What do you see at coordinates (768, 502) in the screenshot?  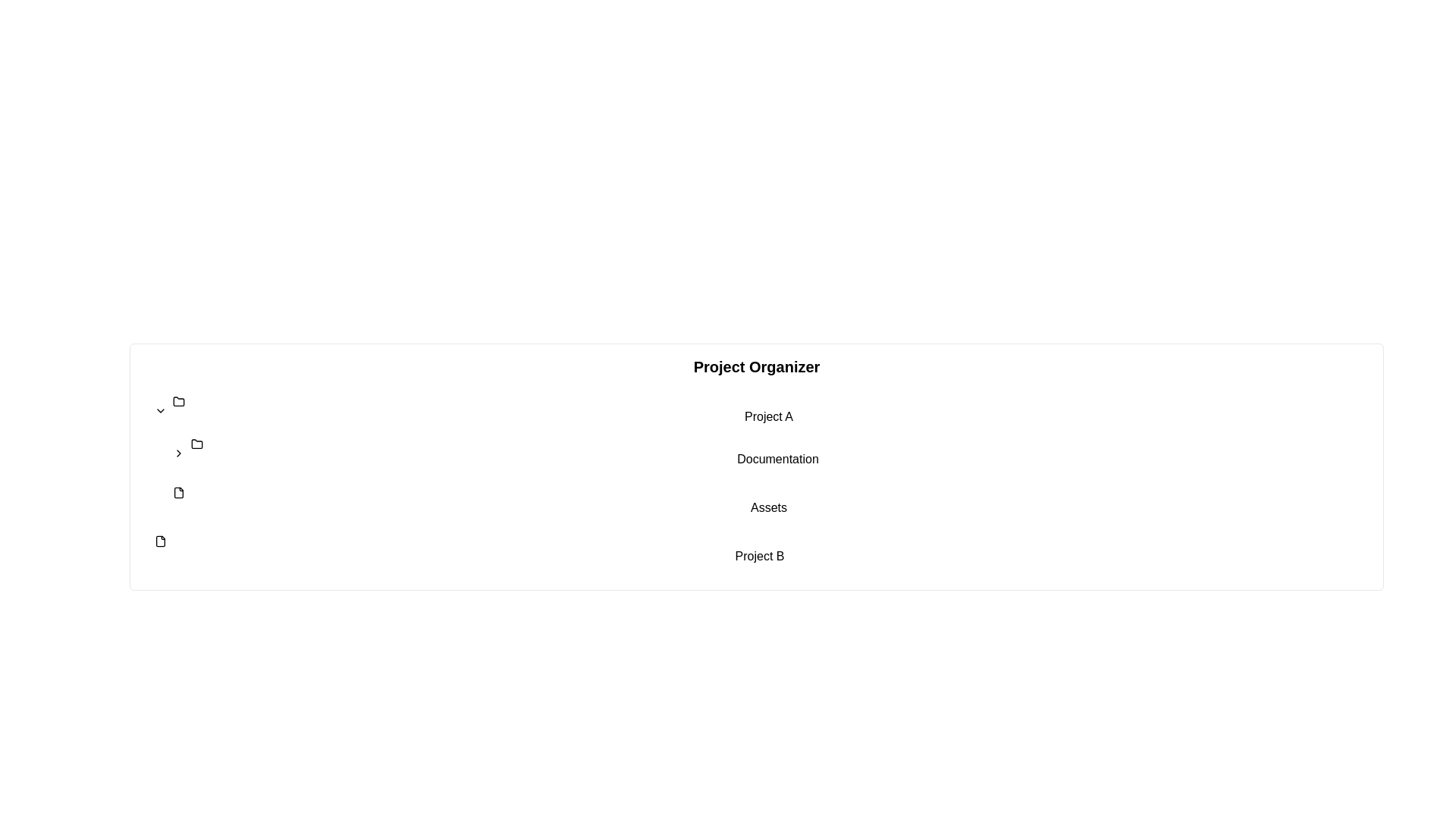 I see `the 'Assets' text label, which is the second entry in the 'Documentation Assets' section` at bounding box center [768, 502].